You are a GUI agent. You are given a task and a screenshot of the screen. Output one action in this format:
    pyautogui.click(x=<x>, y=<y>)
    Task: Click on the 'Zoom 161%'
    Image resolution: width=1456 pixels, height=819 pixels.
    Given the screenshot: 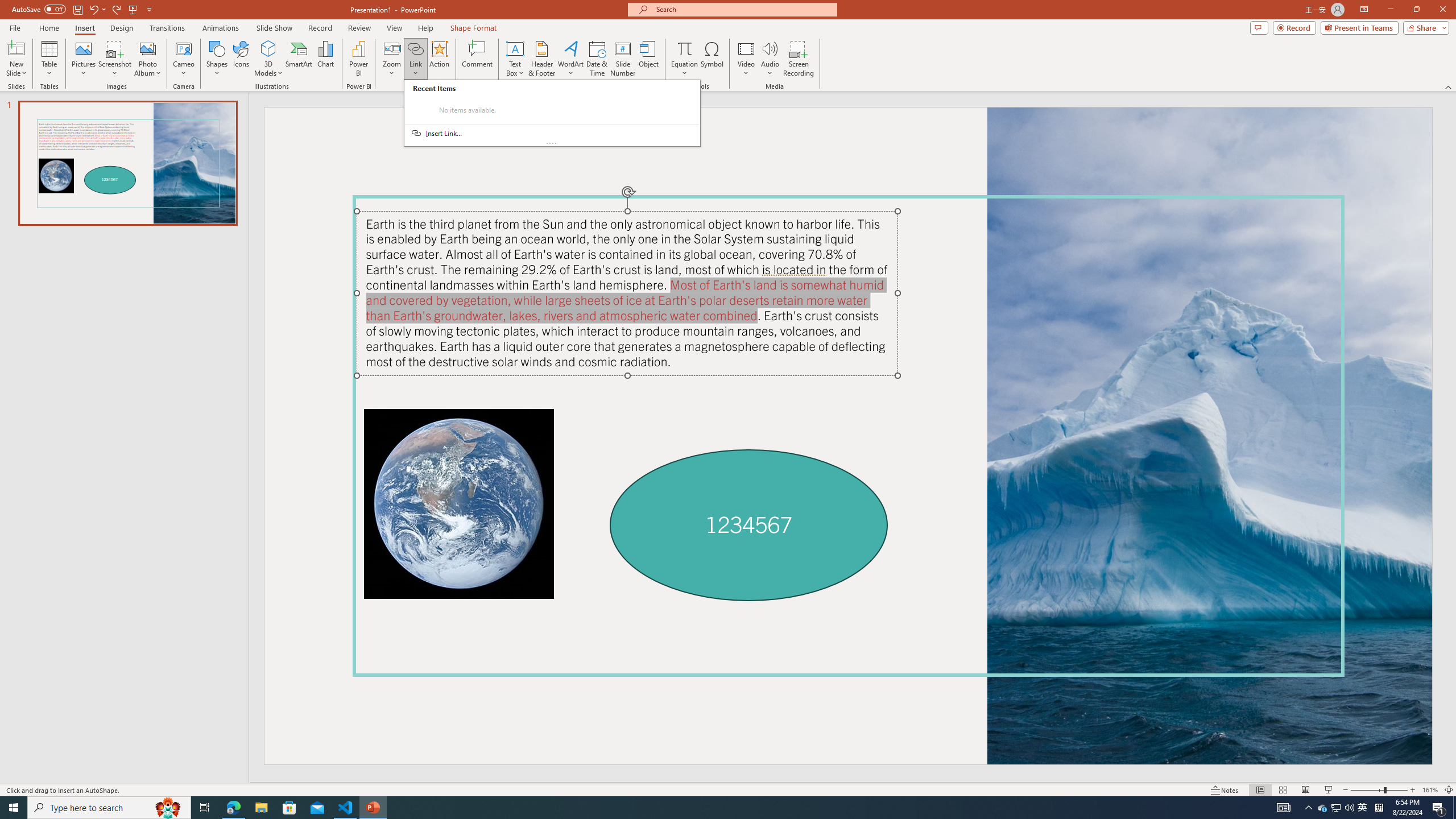 What is the action you would take?
    pyautogui.click(x=1430, y=790)
    